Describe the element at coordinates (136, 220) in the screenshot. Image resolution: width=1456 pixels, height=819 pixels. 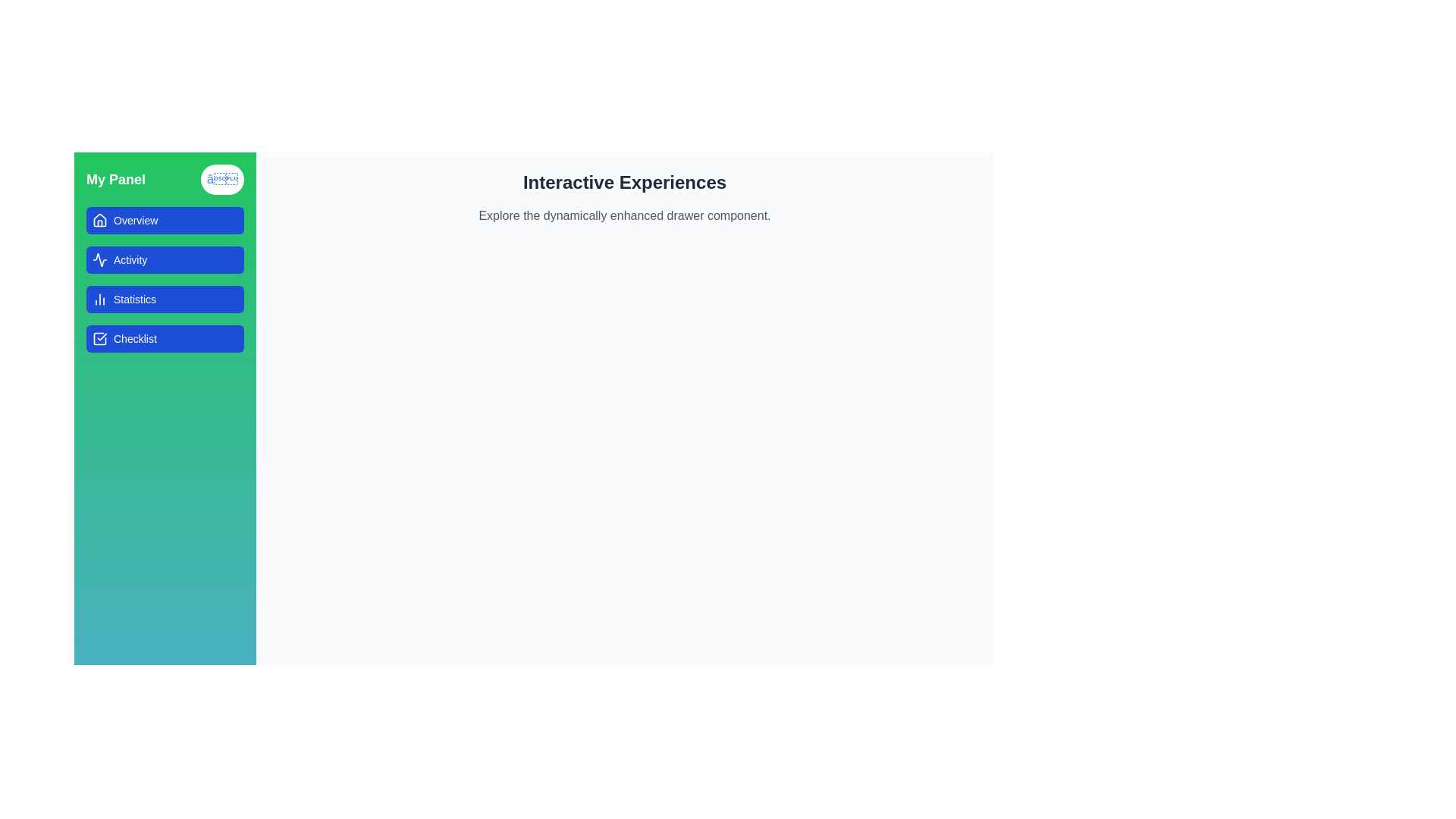
I see `the 'Overview' text element located in the left vertical navigation panel, positioned to the right of the house-shaped icon within the first blue button` at that location.